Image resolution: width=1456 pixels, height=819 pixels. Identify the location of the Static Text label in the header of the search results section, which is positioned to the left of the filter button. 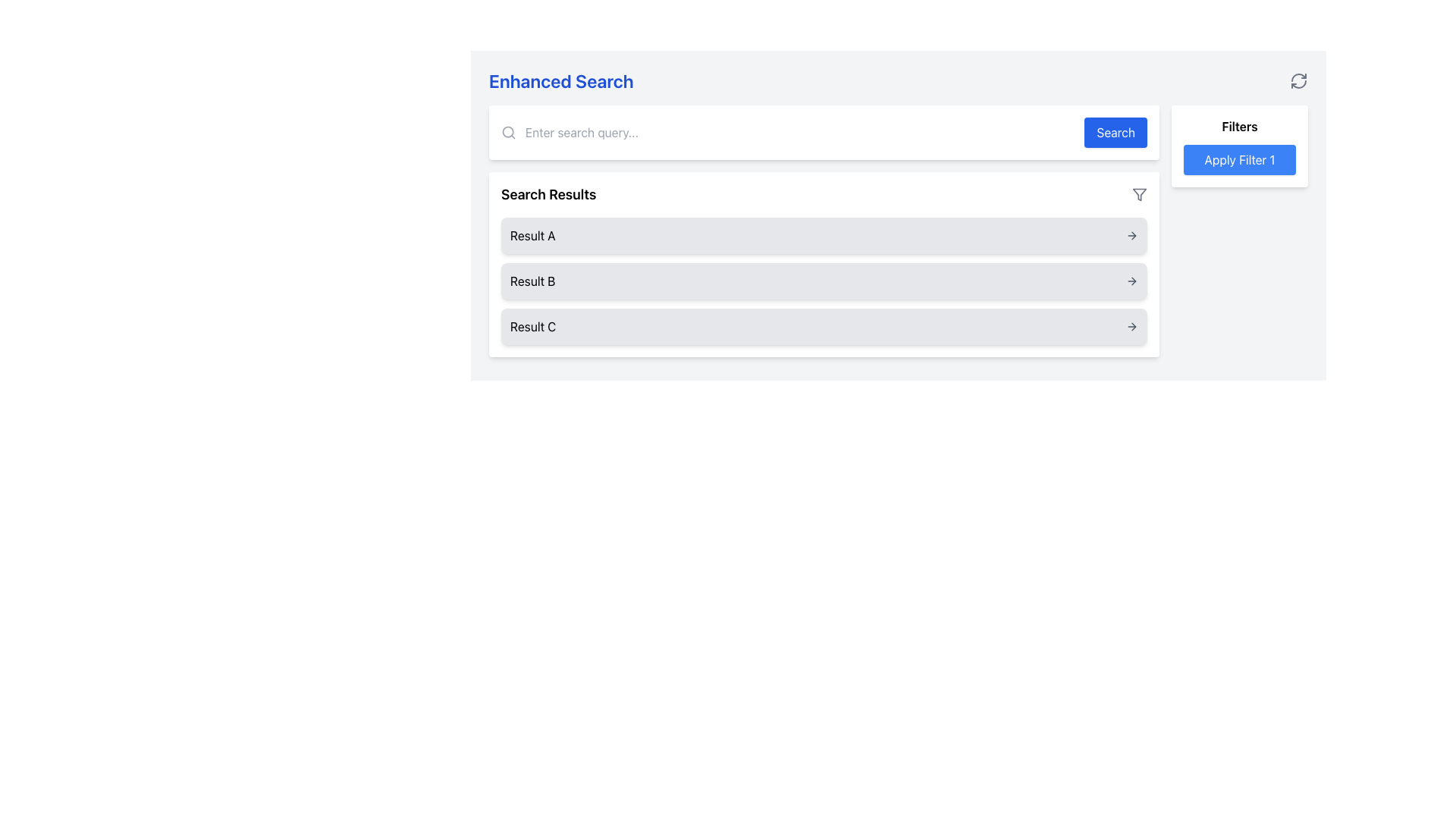
(548, 194).